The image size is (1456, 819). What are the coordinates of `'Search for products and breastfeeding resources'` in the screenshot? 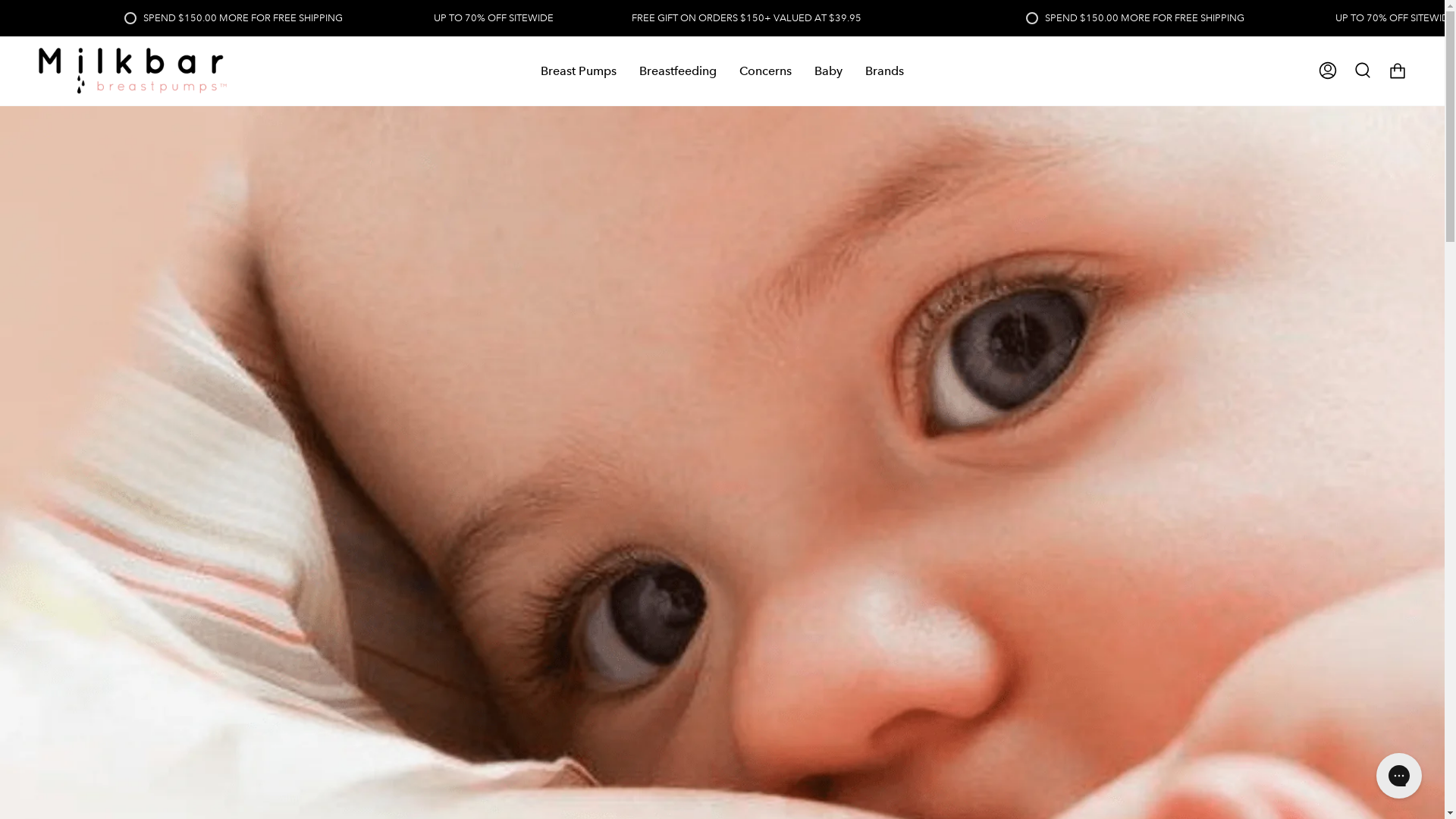 It's located at (1362, 71).